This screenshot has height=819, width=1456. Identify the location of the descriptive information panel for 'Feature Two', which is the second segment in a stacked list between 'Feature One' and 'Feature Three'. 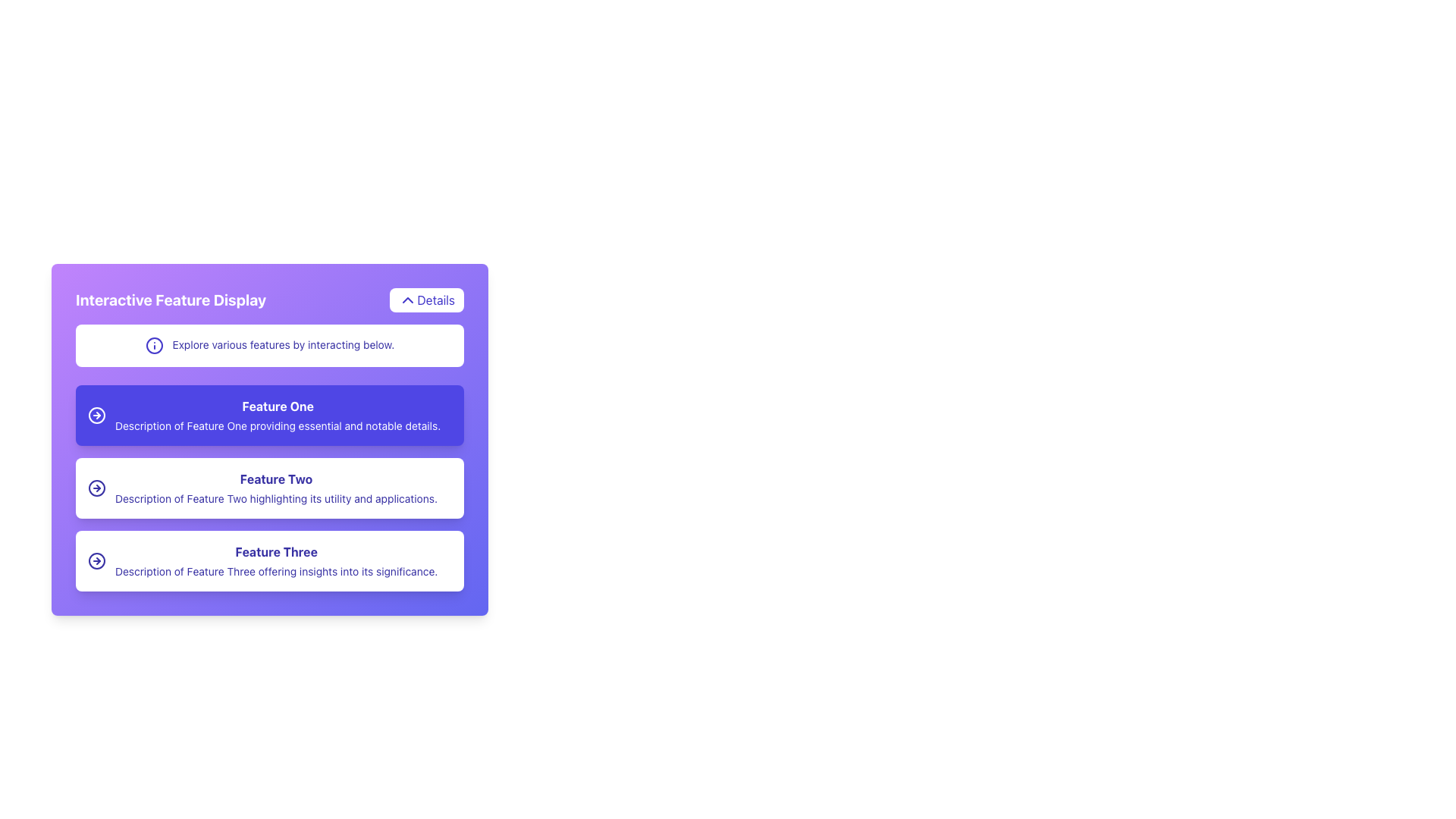
(269, 488).